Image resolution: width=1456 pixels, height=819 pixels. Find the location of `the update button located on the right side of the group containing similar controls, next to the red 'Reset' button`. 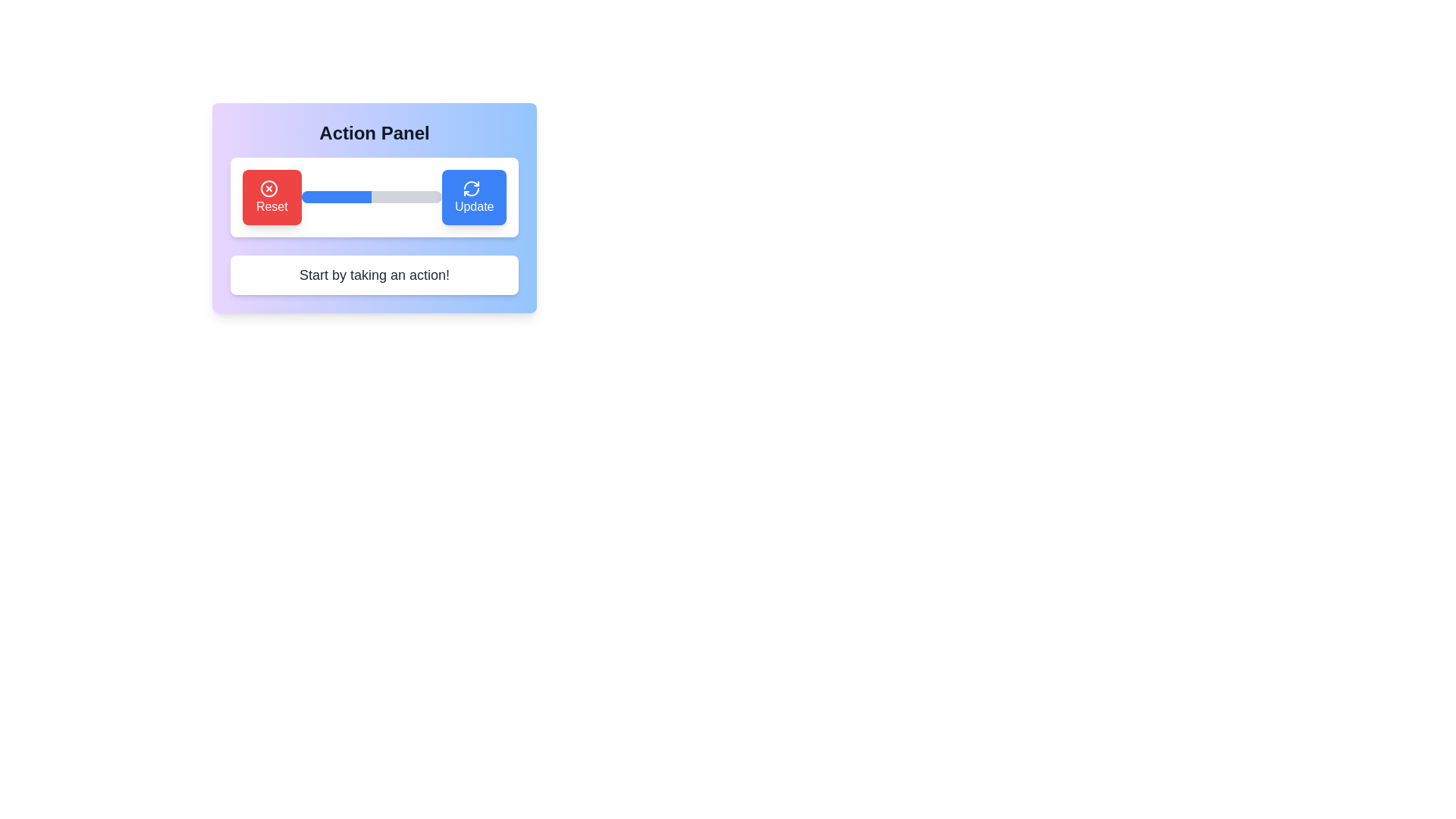

the update button located on the right side of the group containing similar controls, next to the red 'Reset' button is located at coordinates (473, 196).